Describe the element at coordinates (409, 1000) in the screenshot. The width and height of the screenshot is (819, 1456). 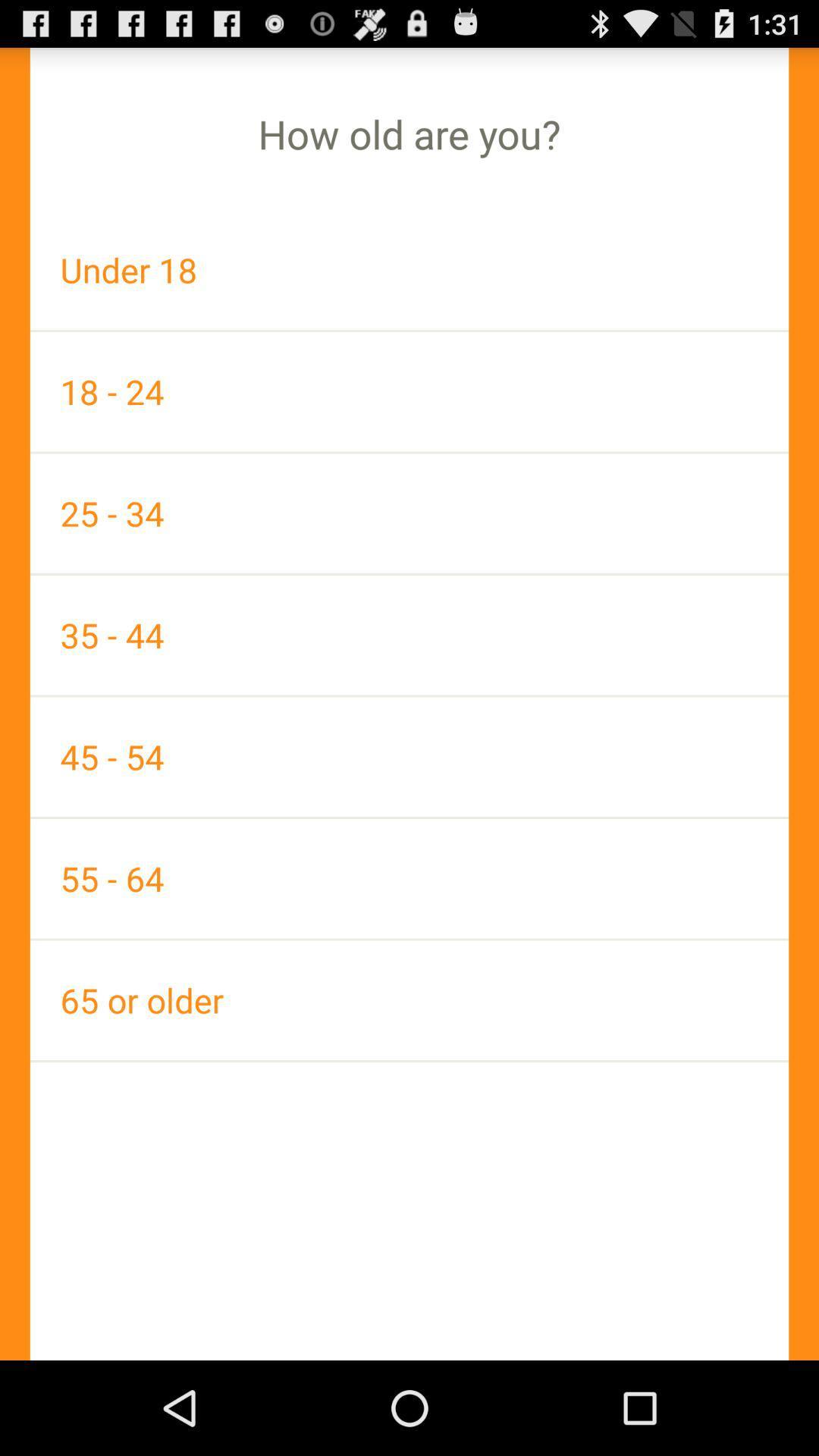
I see `the 65 or older` at that location.